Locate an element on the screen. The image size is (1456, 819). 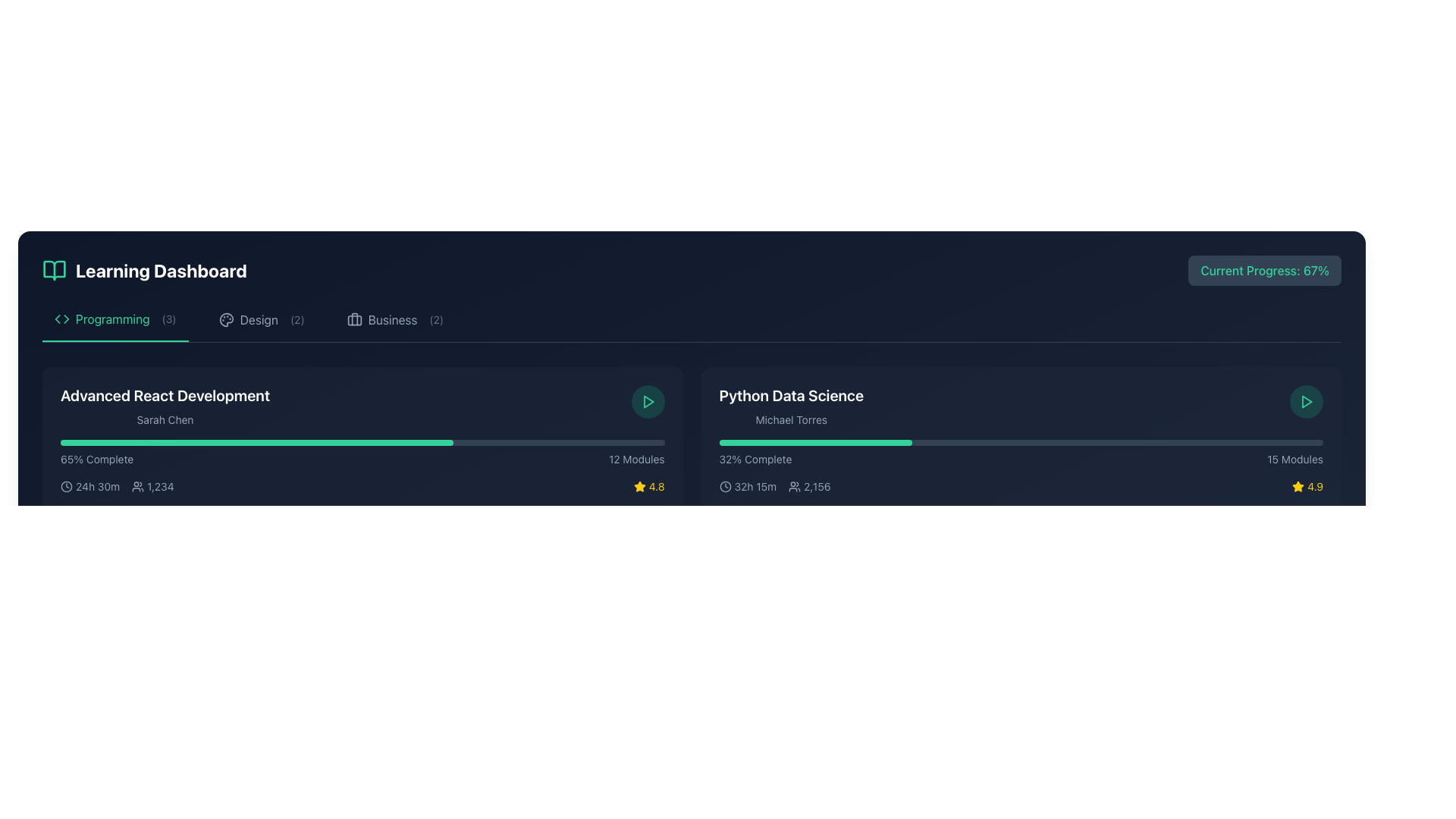
the play icon on the course overview card located at the second position in the grid layout is located at coordinates (1021, 439).